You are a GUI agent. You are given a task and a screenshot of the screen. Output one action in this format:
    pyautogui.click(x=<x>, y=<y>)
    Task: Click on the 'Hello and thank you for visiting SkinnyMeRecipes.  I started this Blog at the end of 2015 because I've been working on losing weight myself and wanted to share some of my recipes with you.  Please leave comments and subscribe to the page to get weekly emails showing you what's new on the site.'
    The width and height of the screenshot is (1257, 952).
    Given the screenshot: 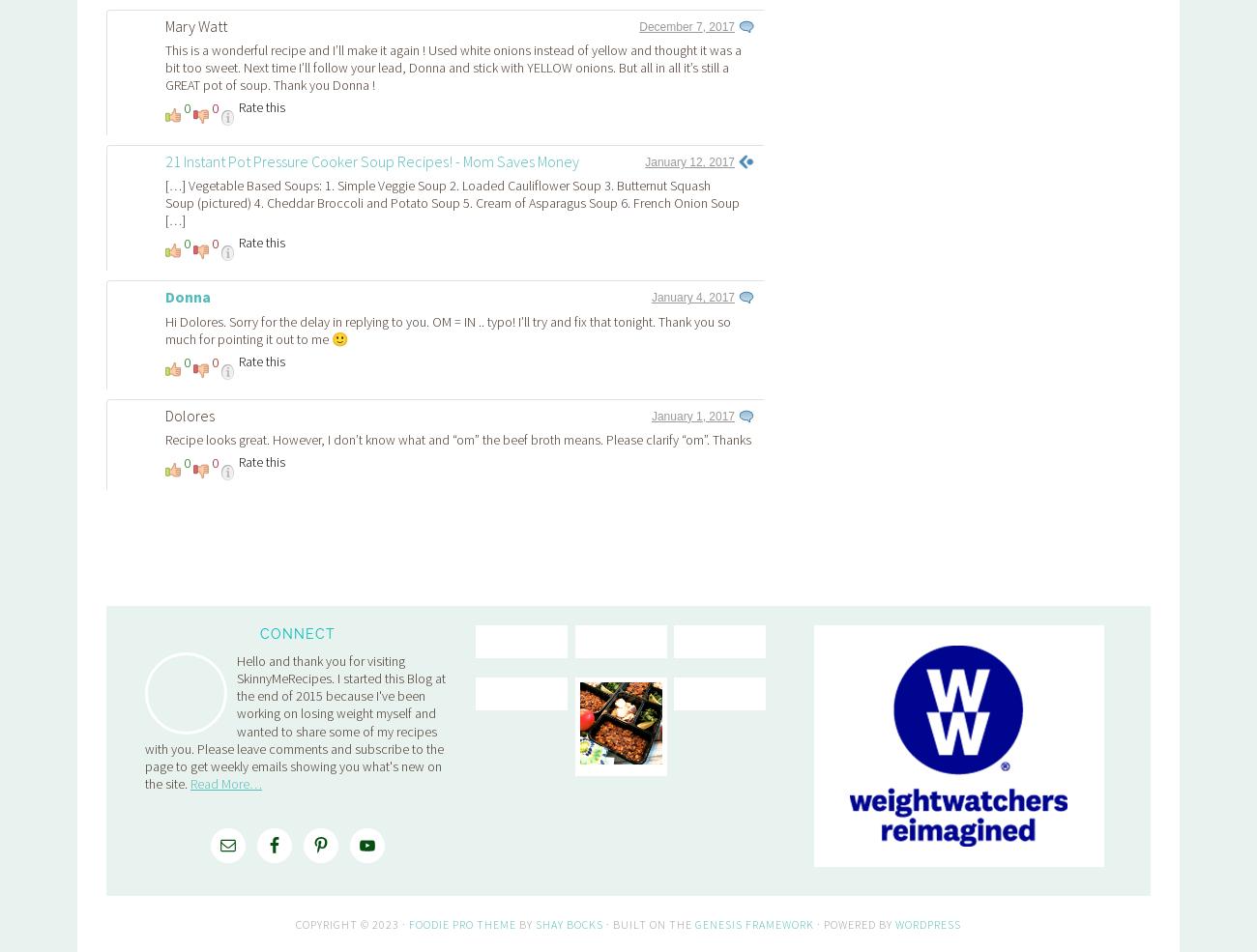 What is the action you would take?
    pyautogui.click(x=295, y=449)
    